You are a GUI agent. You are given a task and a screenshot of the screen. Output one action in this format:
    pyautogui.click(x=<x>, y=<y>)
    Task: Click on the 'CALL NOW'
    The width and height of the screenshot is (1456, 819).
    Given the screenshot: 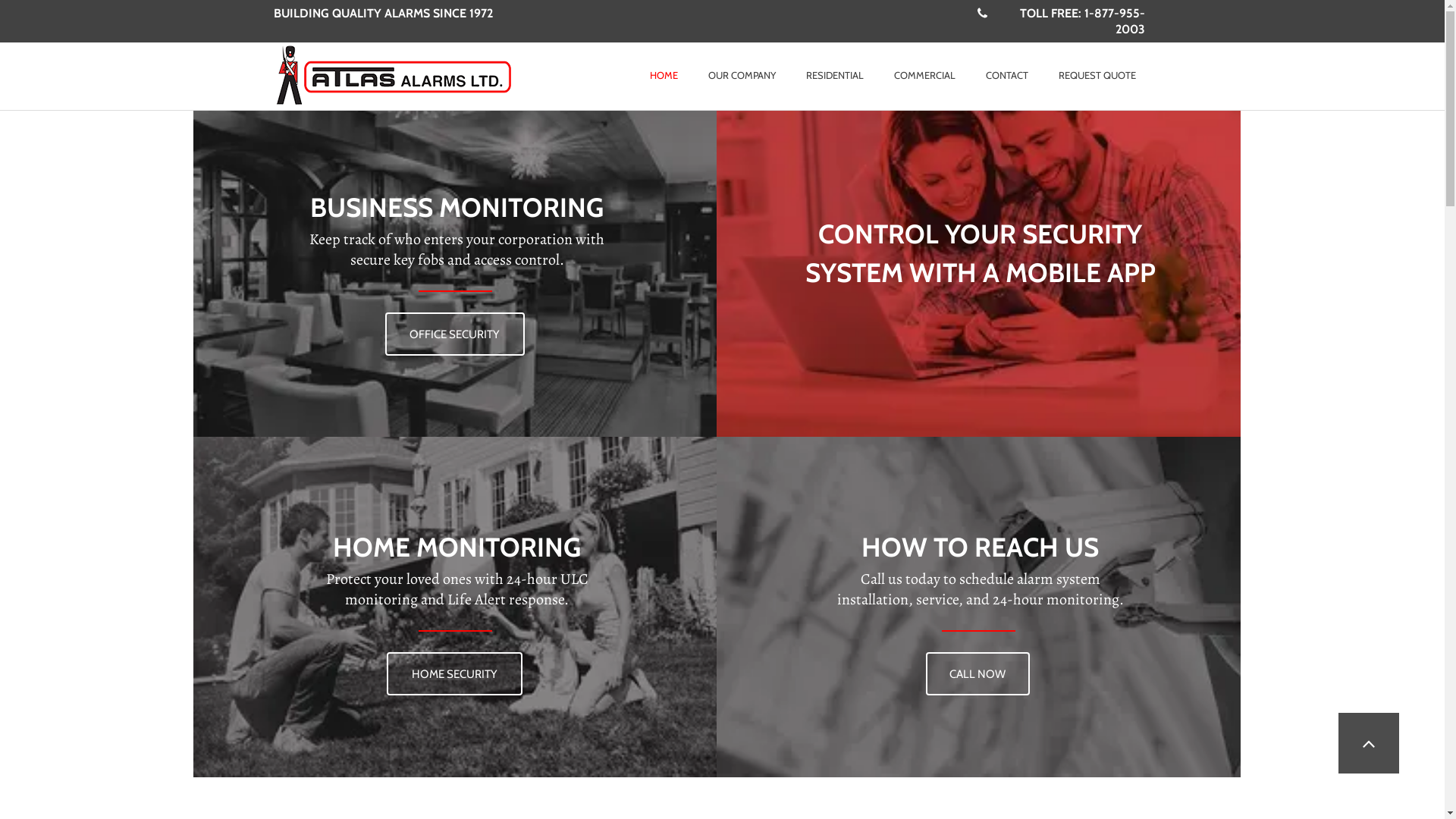 What is the action you would take?
    pyautogui.click(x=977, y=673)
    